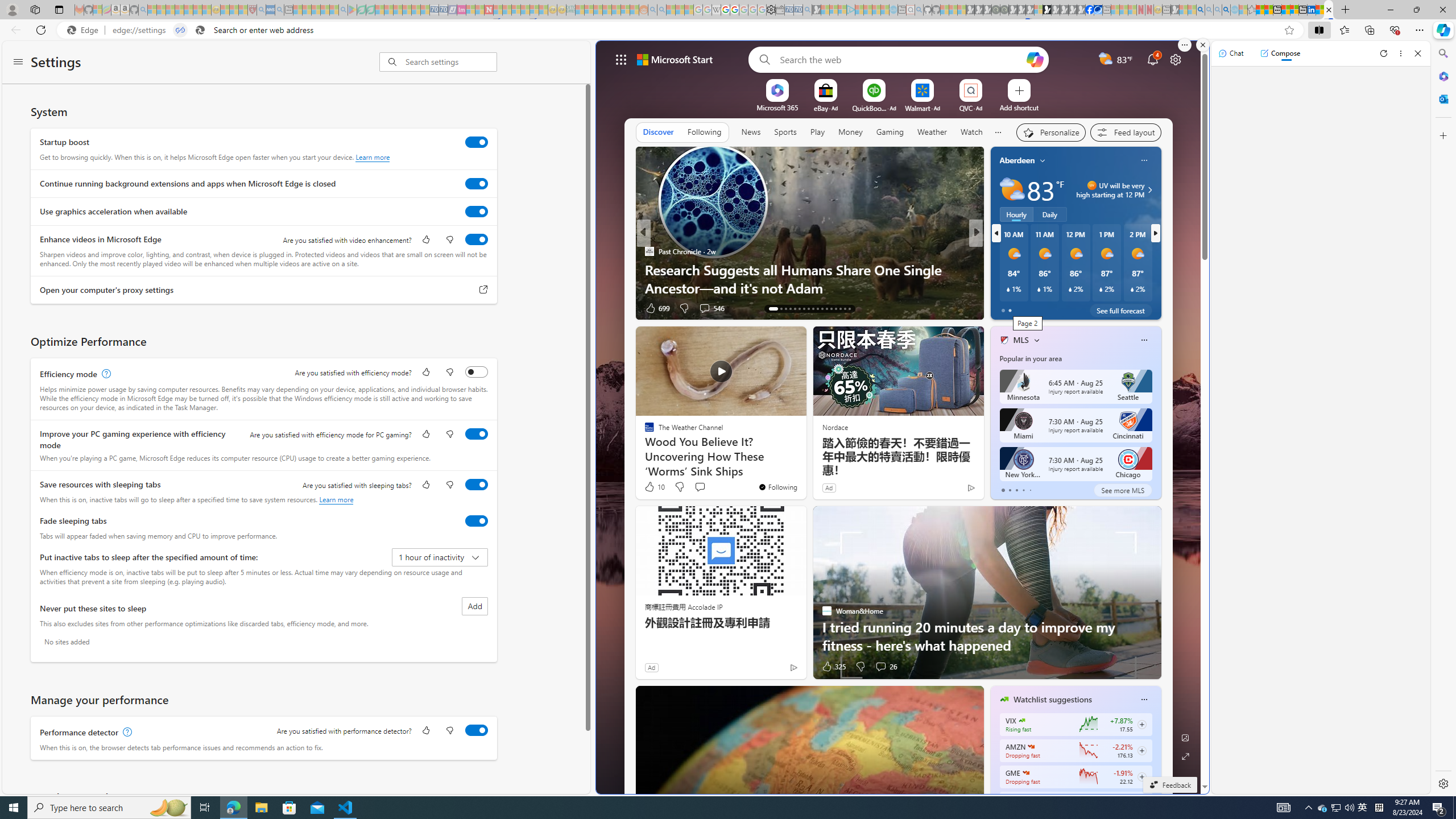 The height and width of the screenshot is (819, 1456). Describe the element at coordinates (799, 308) in the screenshot. I see `'AutomationID: tab-18'` at that location.